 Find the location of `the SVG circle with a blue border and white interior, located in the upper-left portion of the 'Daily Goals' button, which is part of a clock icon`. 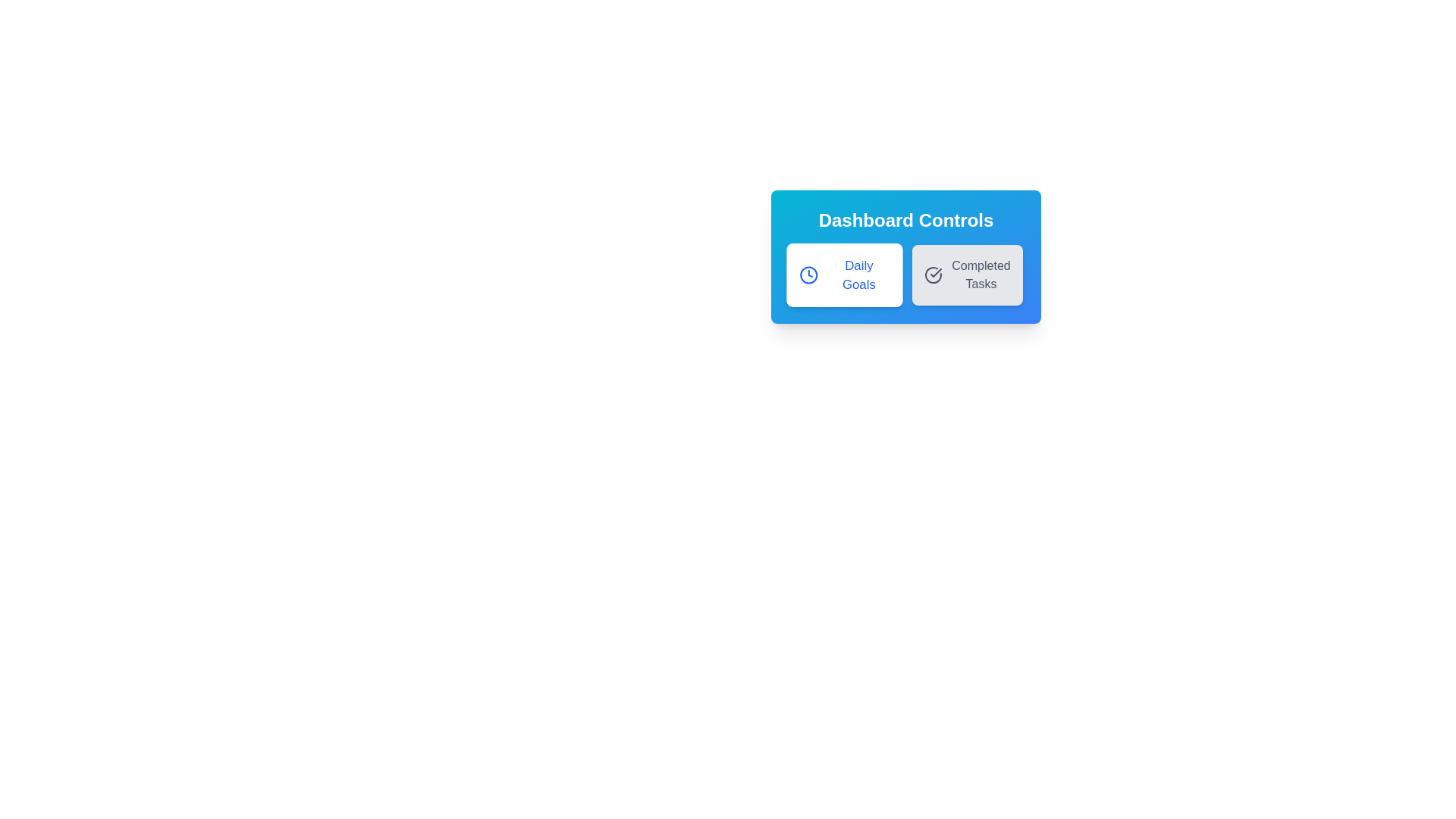

the SVG circle with a blue border and white interior, located in the upper-left portion of the 'Daily Goals' button, which is part of a clock icon is located at coordinates (808, 275).